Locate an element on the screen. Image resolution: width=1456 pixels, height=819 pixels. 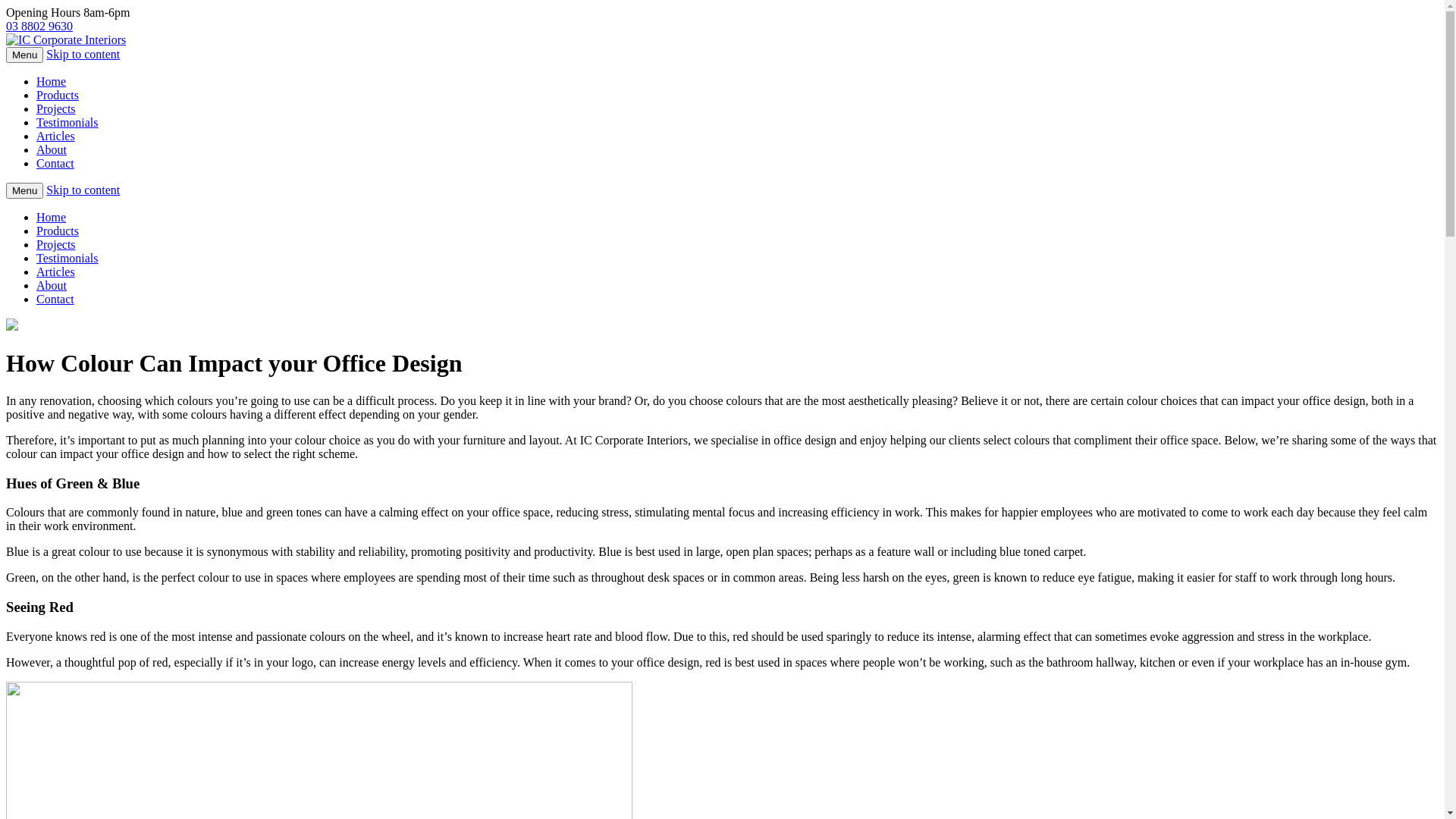
'Home' is located at coordinates (36, 217).